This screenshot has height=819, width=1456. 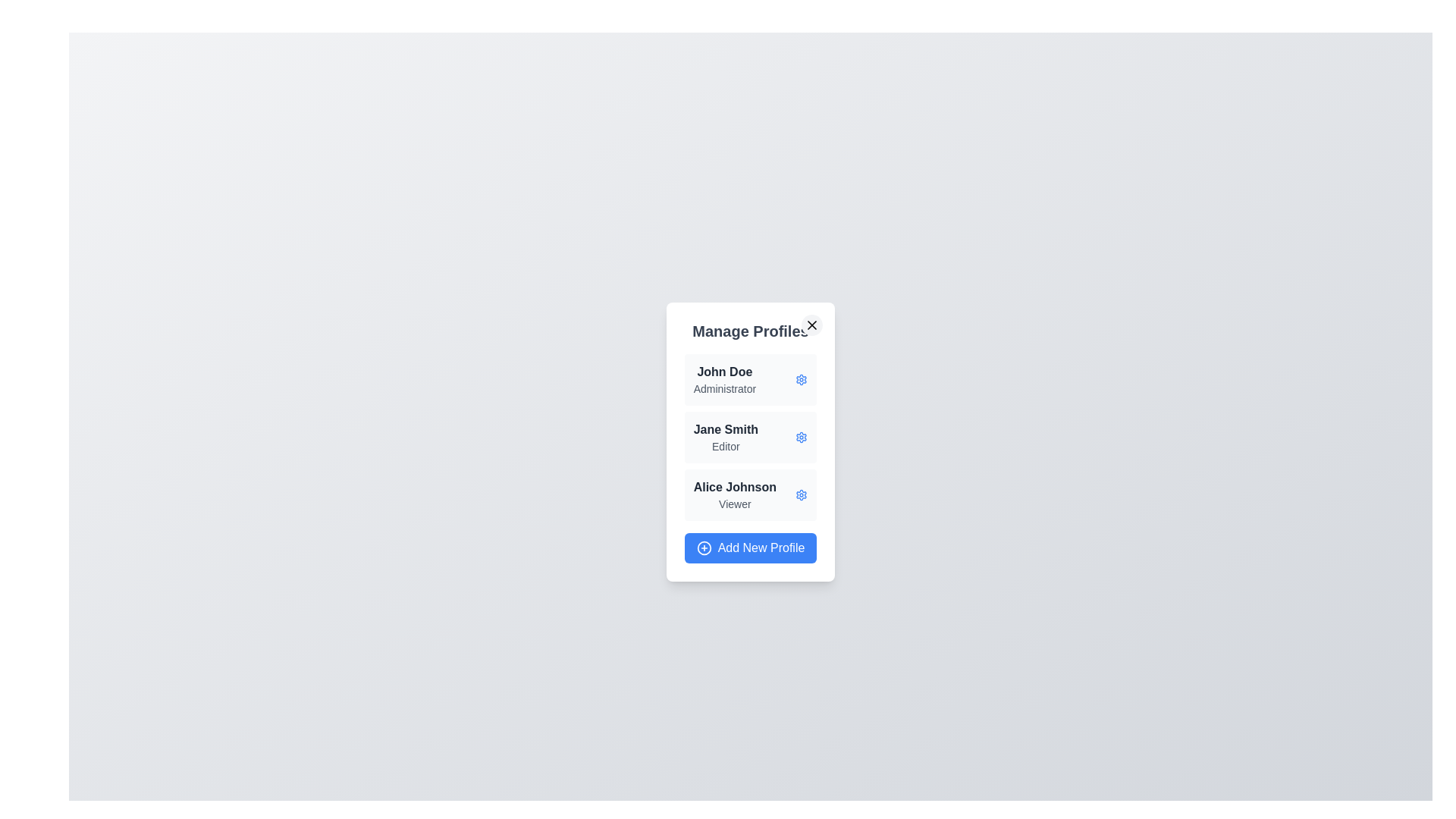 I want to click on 'X' button in the top-right corner of the dialog to close it, so click(x=811, y=324).